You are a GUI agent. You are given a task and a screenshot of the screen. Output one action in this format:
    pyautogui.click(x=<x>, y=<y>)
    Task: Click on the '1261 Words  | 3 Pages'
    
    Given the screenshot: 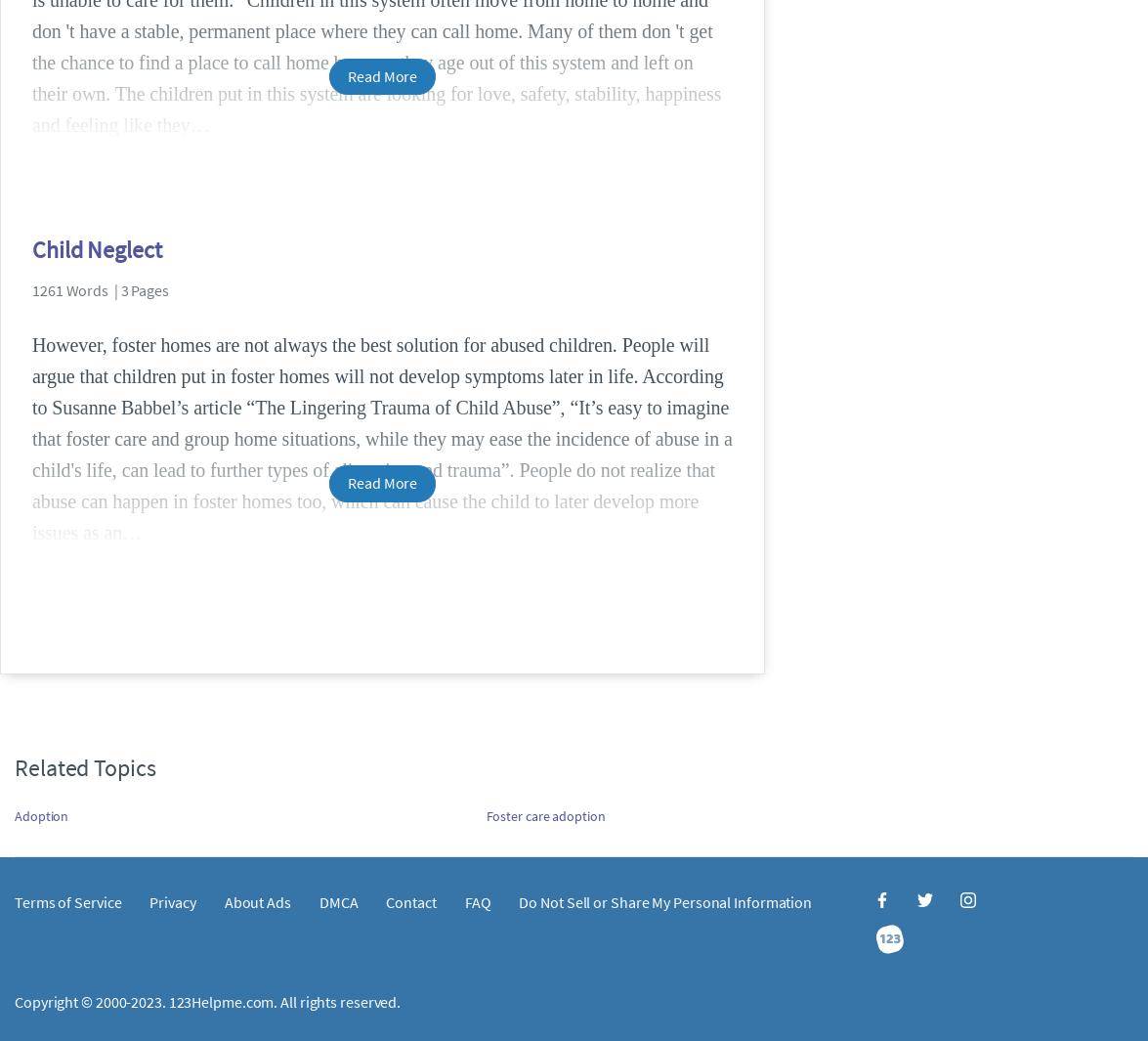 What is the action you would take?
    pyautogui.click(x=100, y=287)
    